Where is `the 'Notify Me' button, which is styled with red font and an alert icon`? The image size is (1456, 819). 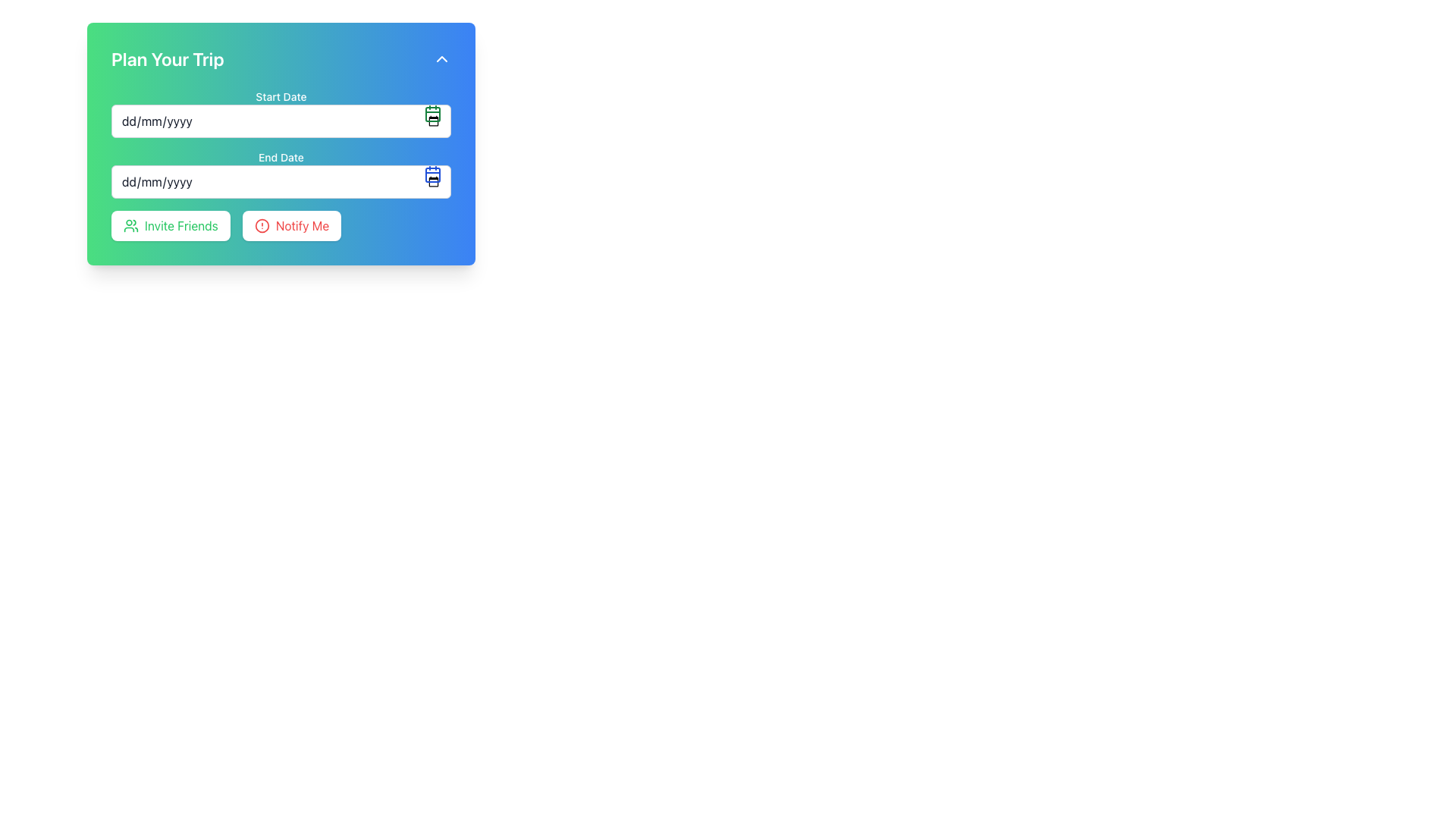 the 'Notify Me' button, which is styled with red font and an alert icon is located at coordinates (291, 225).